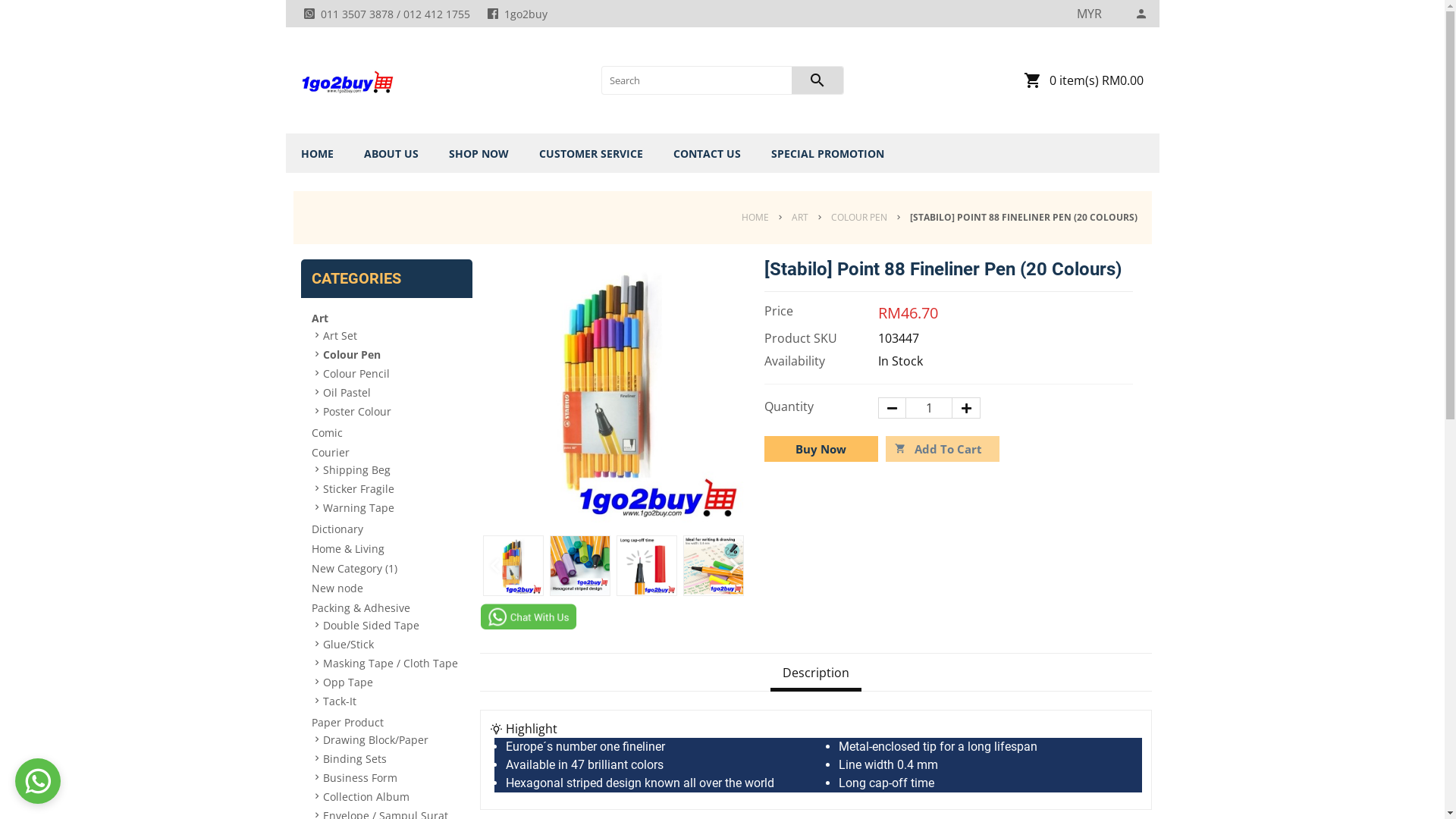  Describe the element at coordinates (392, 680) in the screenshot. I see `'Opp Tape'` at that location.